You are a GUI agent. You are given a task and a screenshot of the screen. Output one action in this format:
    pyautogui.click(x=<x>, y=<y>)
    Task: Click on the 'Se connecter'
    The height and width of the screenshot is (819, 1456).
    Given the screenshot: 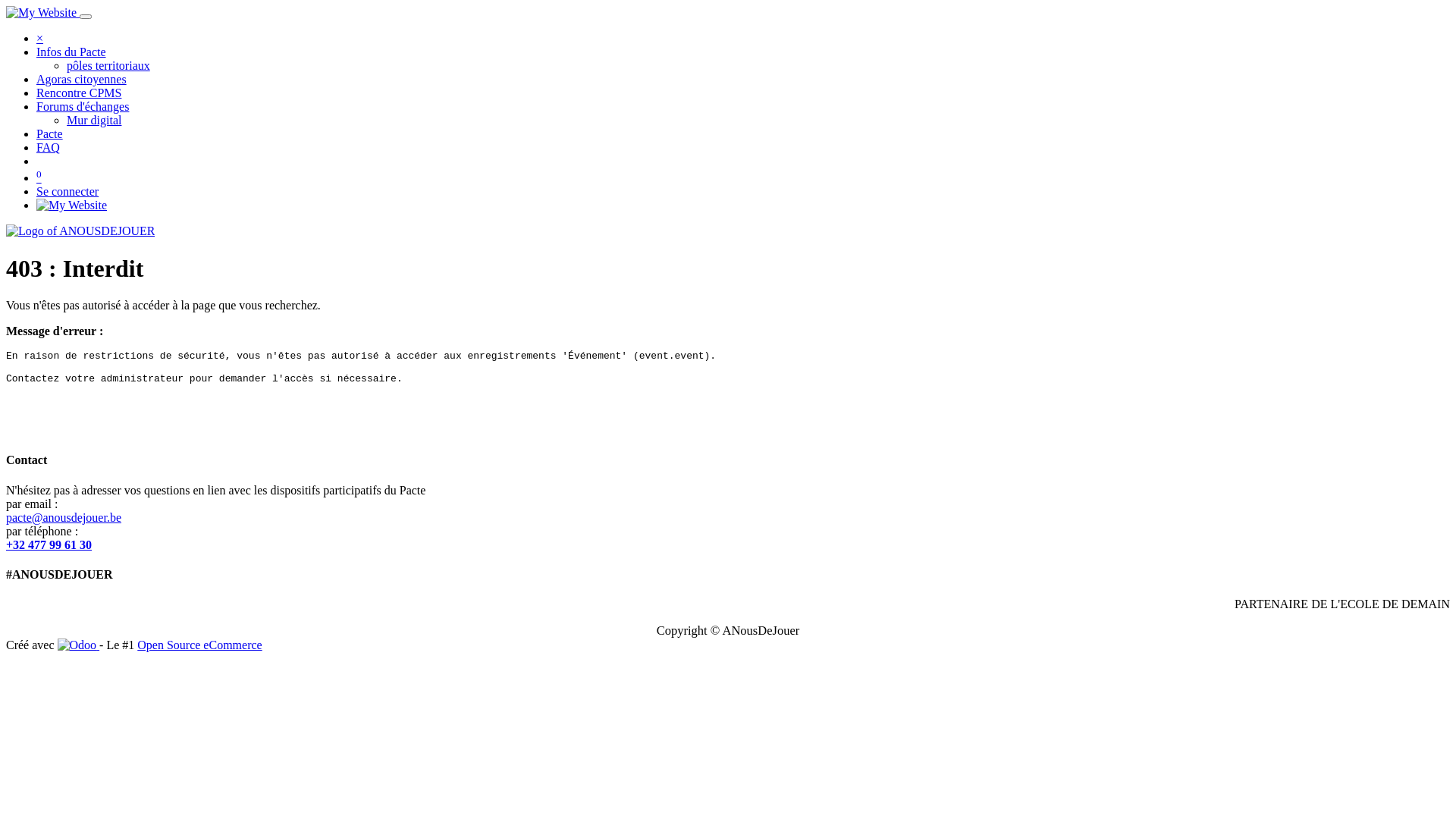 What is the action you would take?
    pyautogui.click(x=36, y=190)
    